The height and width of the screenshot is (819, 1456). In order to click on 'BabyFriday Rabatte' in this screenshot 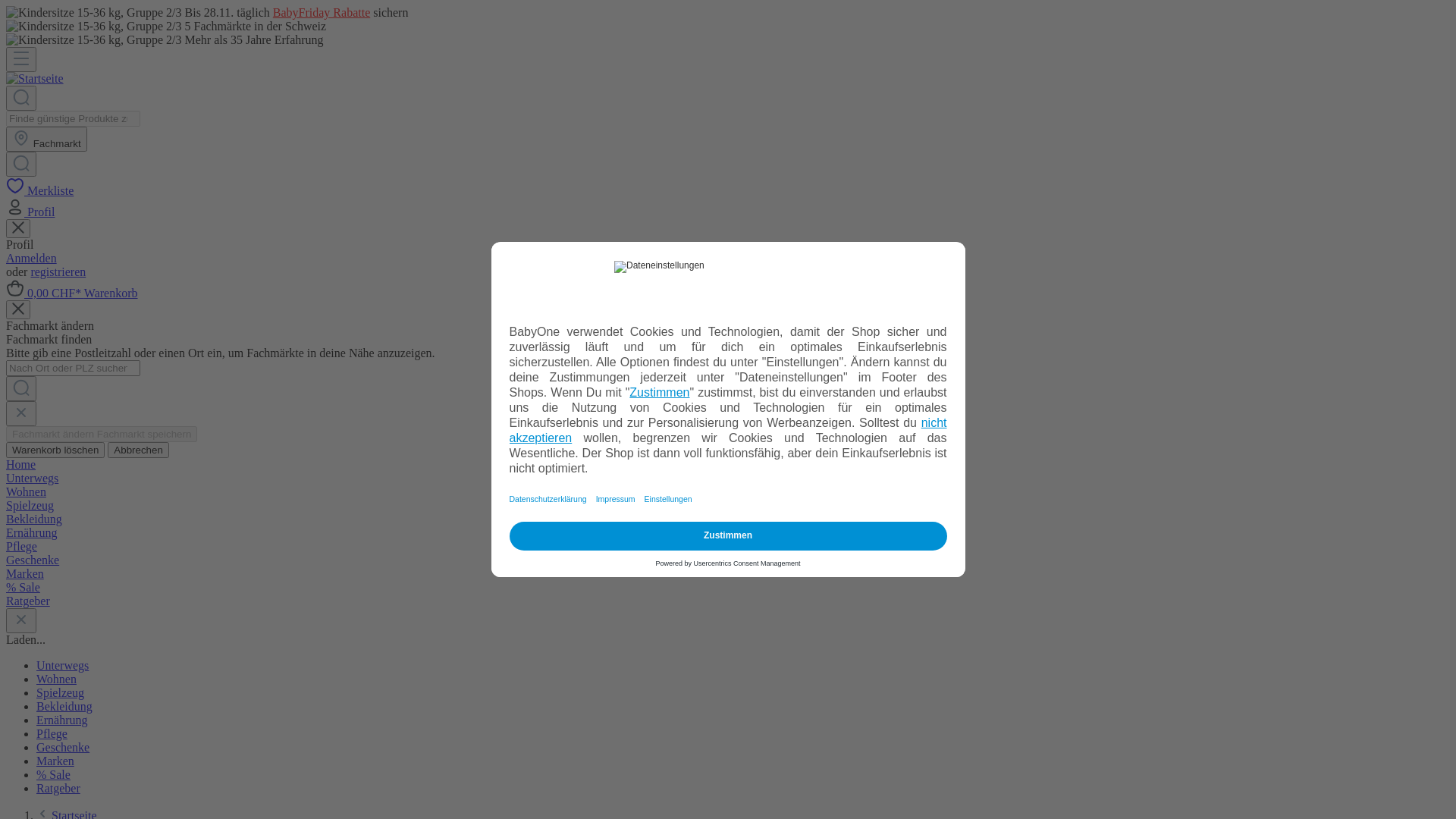, I will do `click(320, 12)`.